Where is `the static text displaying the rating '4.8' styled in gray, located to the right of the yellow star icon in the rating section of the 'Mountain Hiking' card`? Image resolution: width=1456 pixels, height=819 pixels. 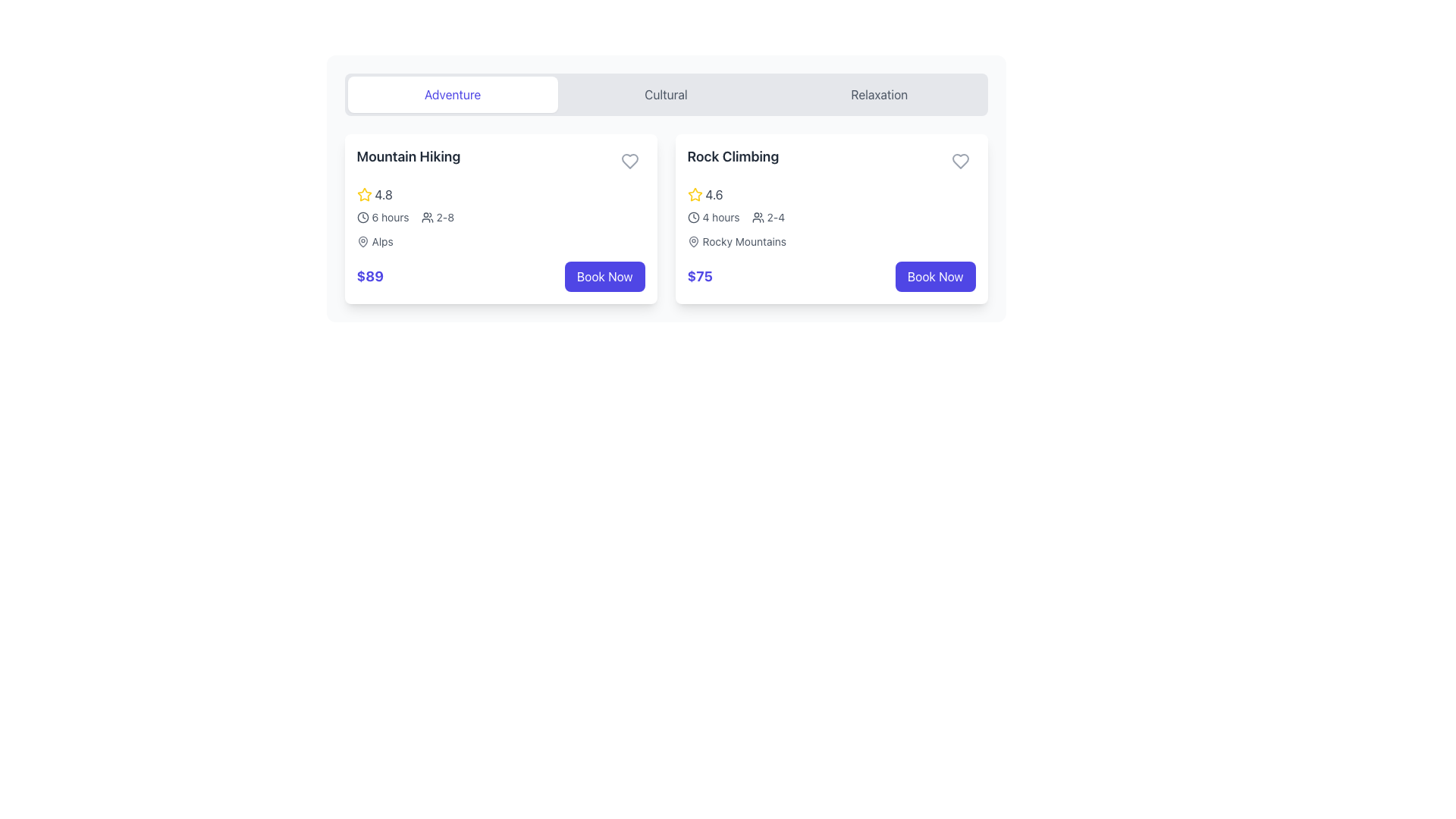
the static text displaying the rating '4.8' styled in gray, located to the right of the yellow star icon in the rating section of the 'Mountain Hiking' card is located at coordinates (384, 194).